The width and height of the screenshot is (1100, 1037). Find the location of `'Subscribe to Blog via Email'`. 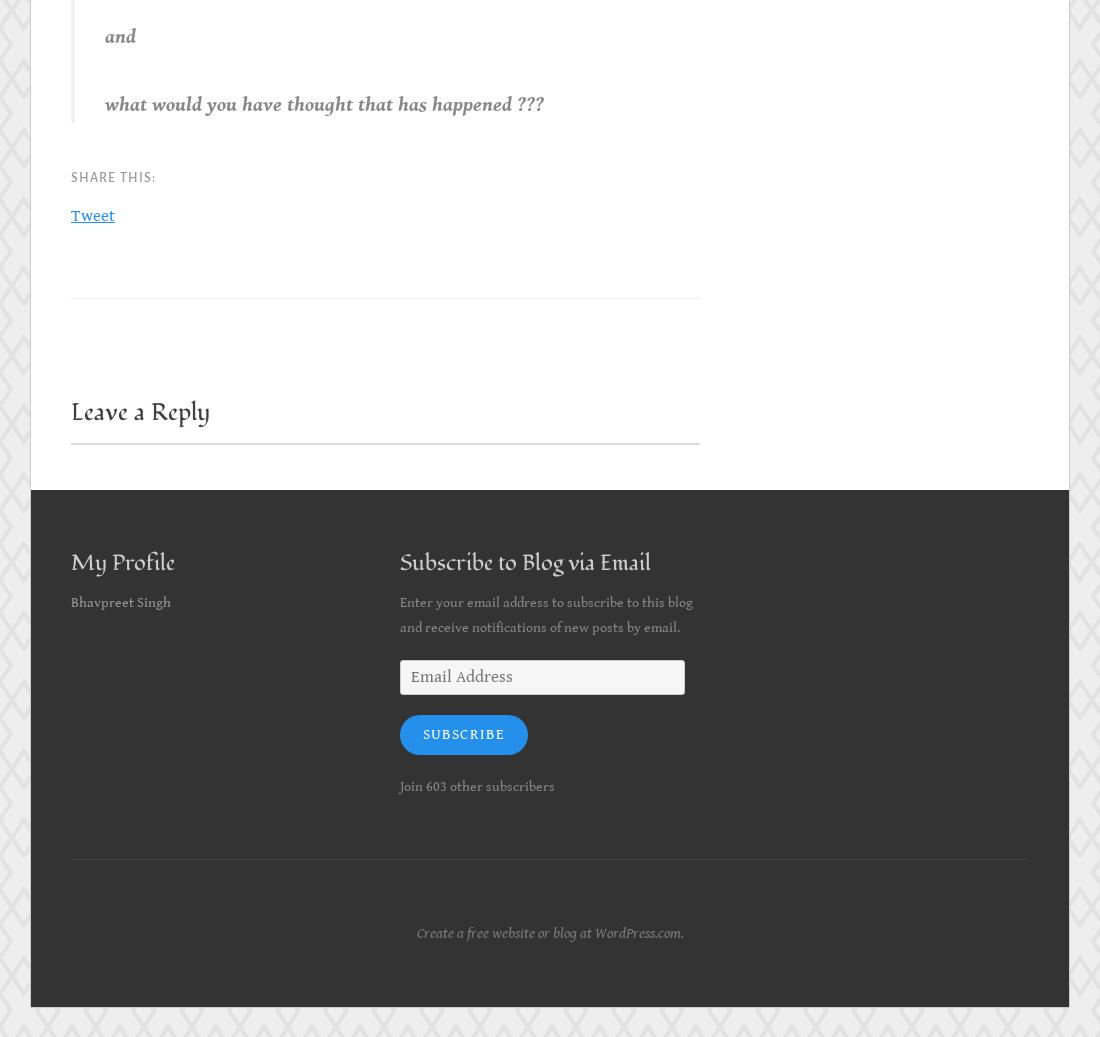

'Subscribe to Blog via Email' is located at coordinates (525, 562).